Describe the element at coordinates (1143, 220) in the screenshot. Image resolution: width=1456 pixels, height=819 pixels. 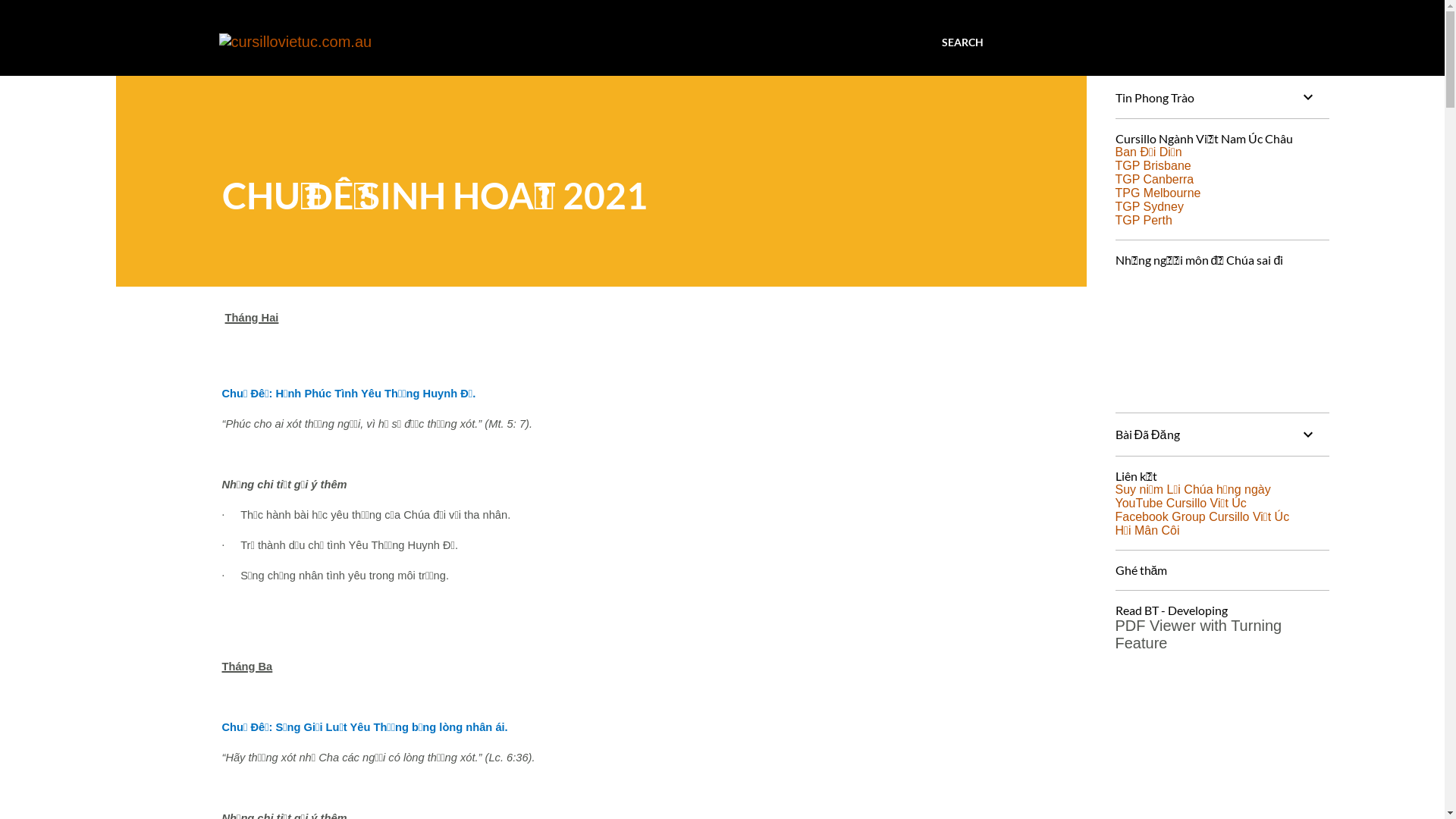
I see `'TGP Perth'` at that location.